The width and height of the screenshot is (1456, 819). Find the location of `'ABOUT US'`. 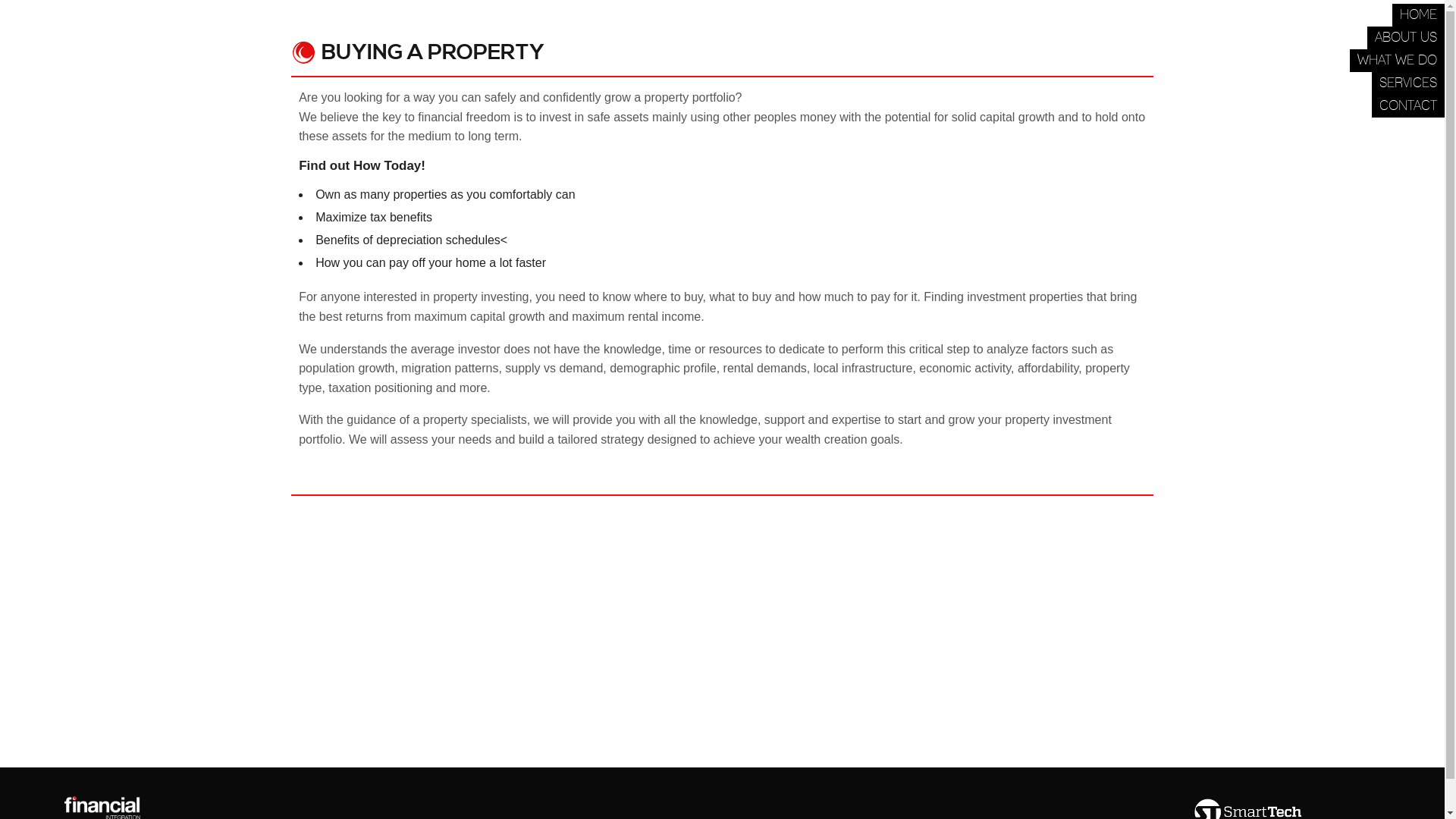

'ABOUT US' is located at coordinates (1404, 37).